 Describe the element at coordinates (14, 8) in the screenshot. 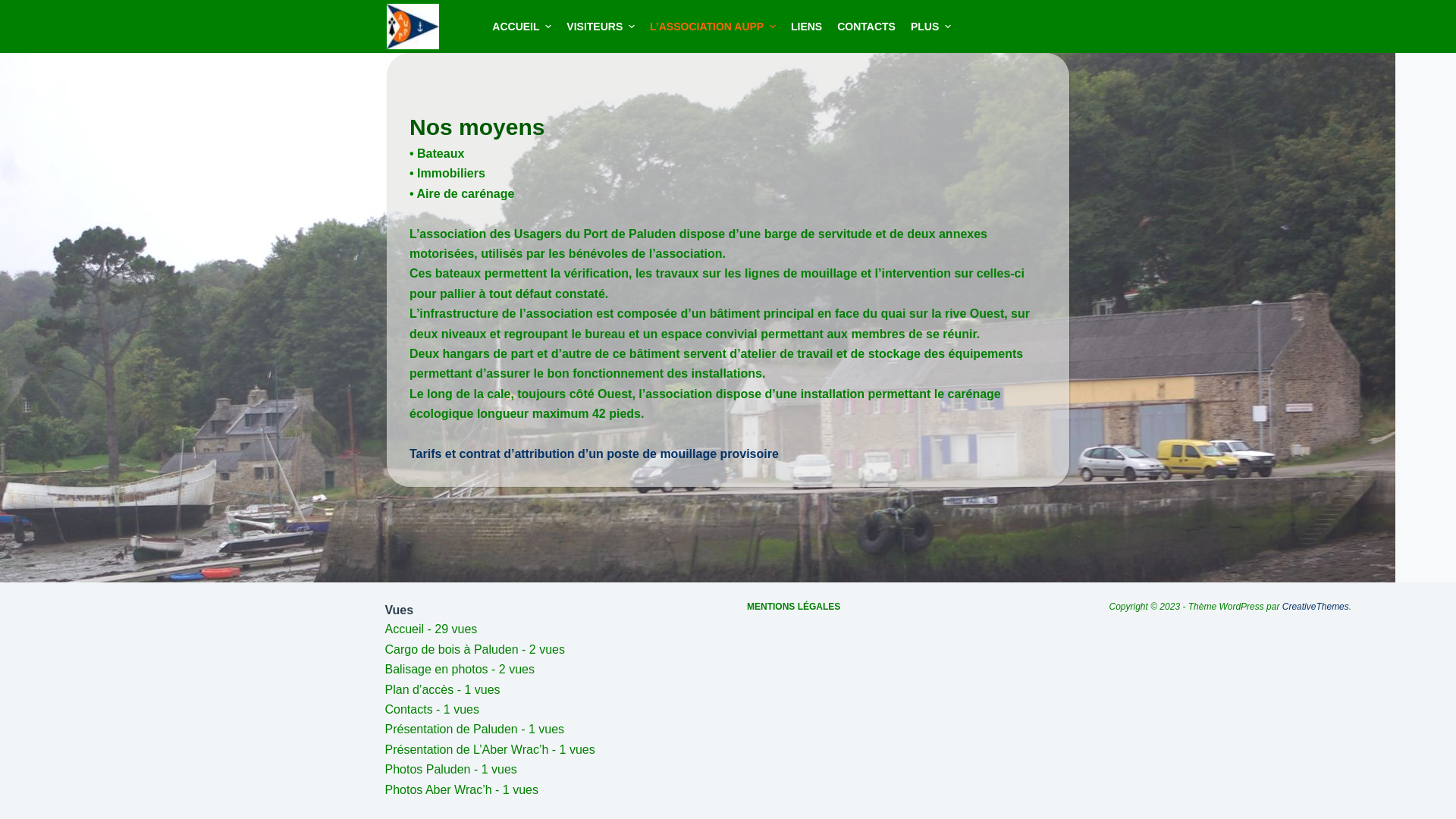

I see `'Passer au contenu'` at that location.